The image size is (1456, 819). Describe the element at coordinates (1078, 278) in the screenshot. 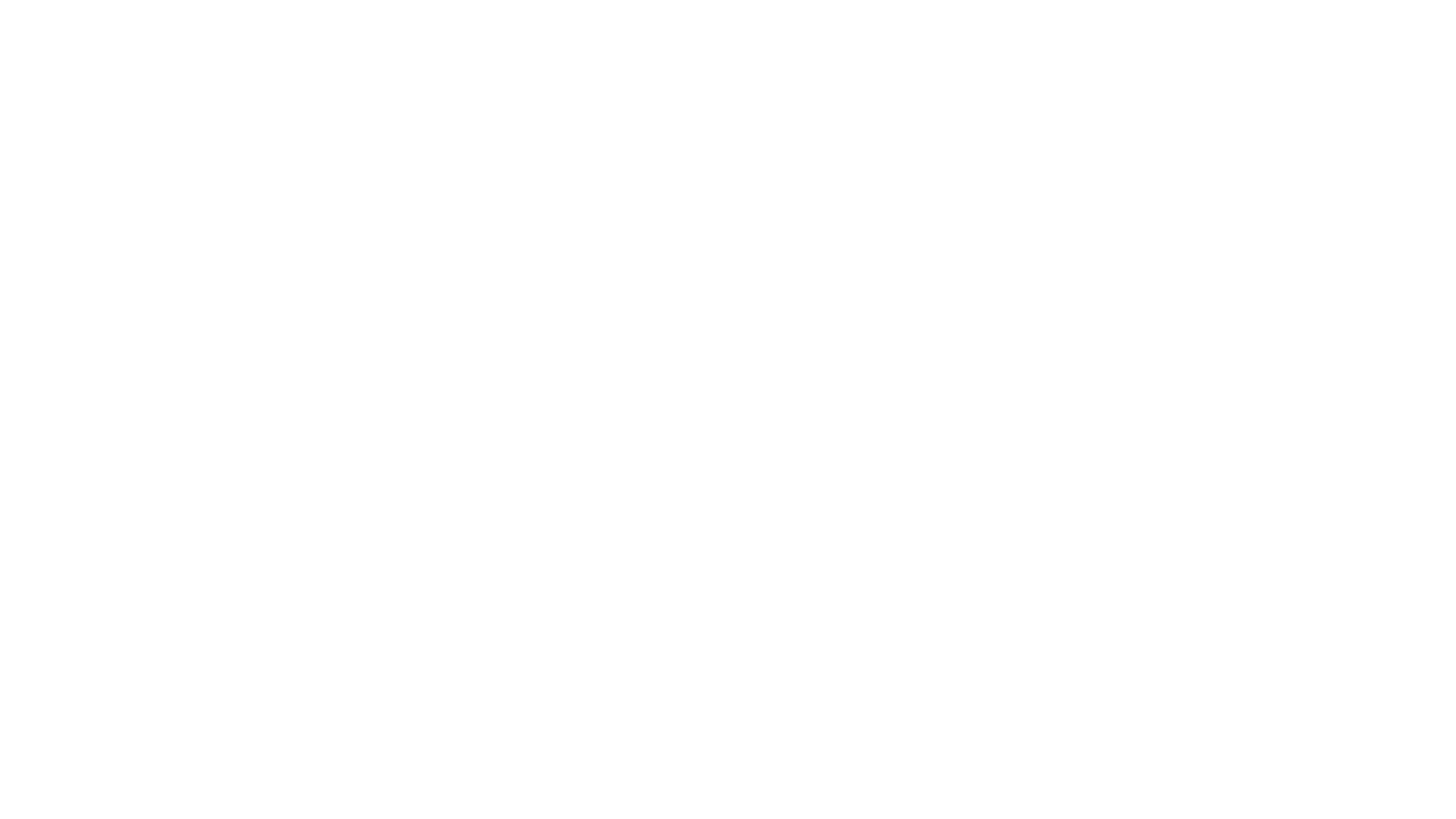

I see `Select 5:00 PM on Mon, Jun 27, 2022` at that location.